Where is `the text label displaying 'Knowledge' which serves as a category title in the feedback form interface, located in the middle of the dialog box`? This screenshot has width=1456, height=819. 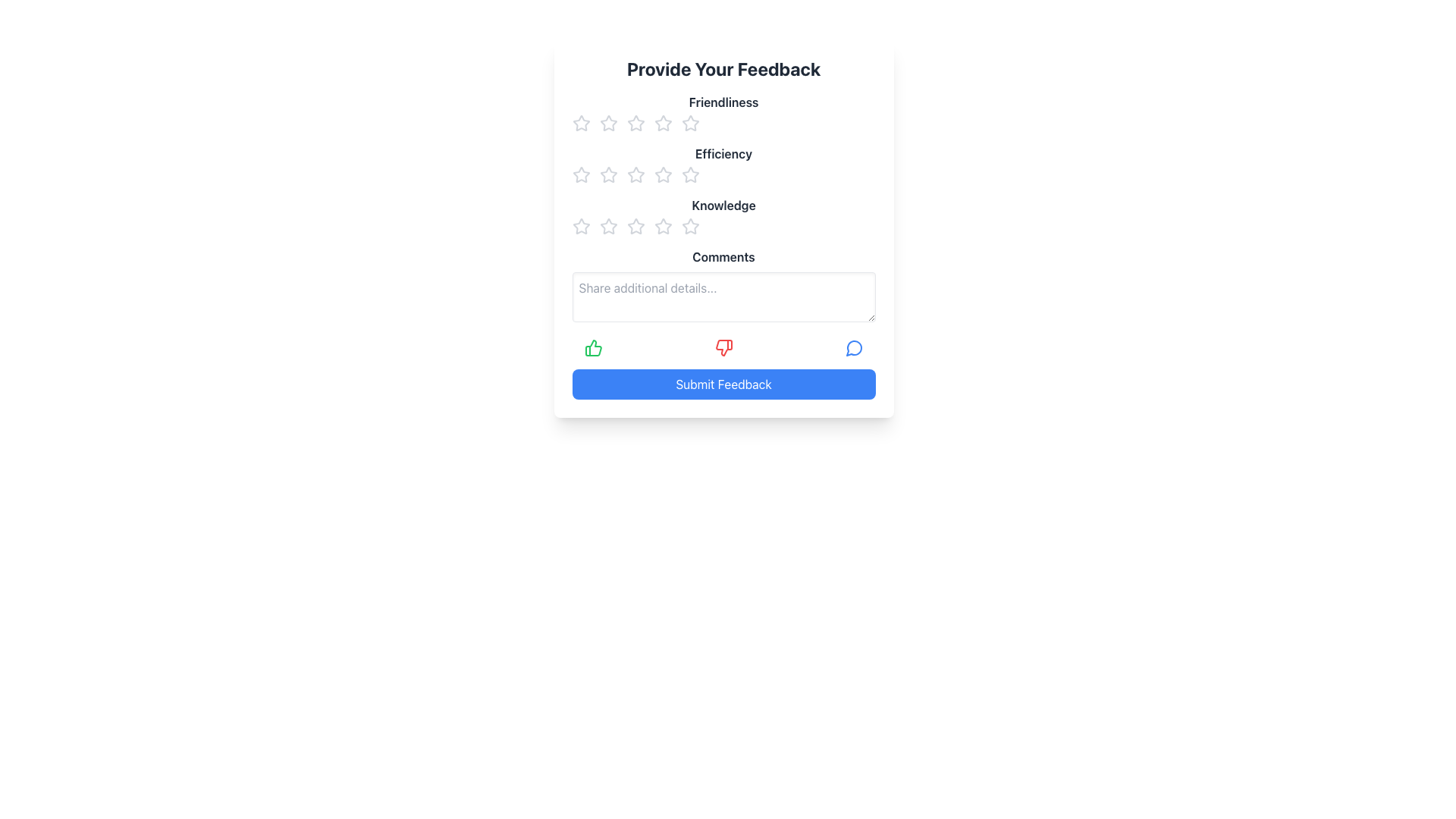 the text label displaying 'Knowledge' which serves as a category title in the feedback form interface, located in the middle of the dialog box is located at coordinates (723, 205).